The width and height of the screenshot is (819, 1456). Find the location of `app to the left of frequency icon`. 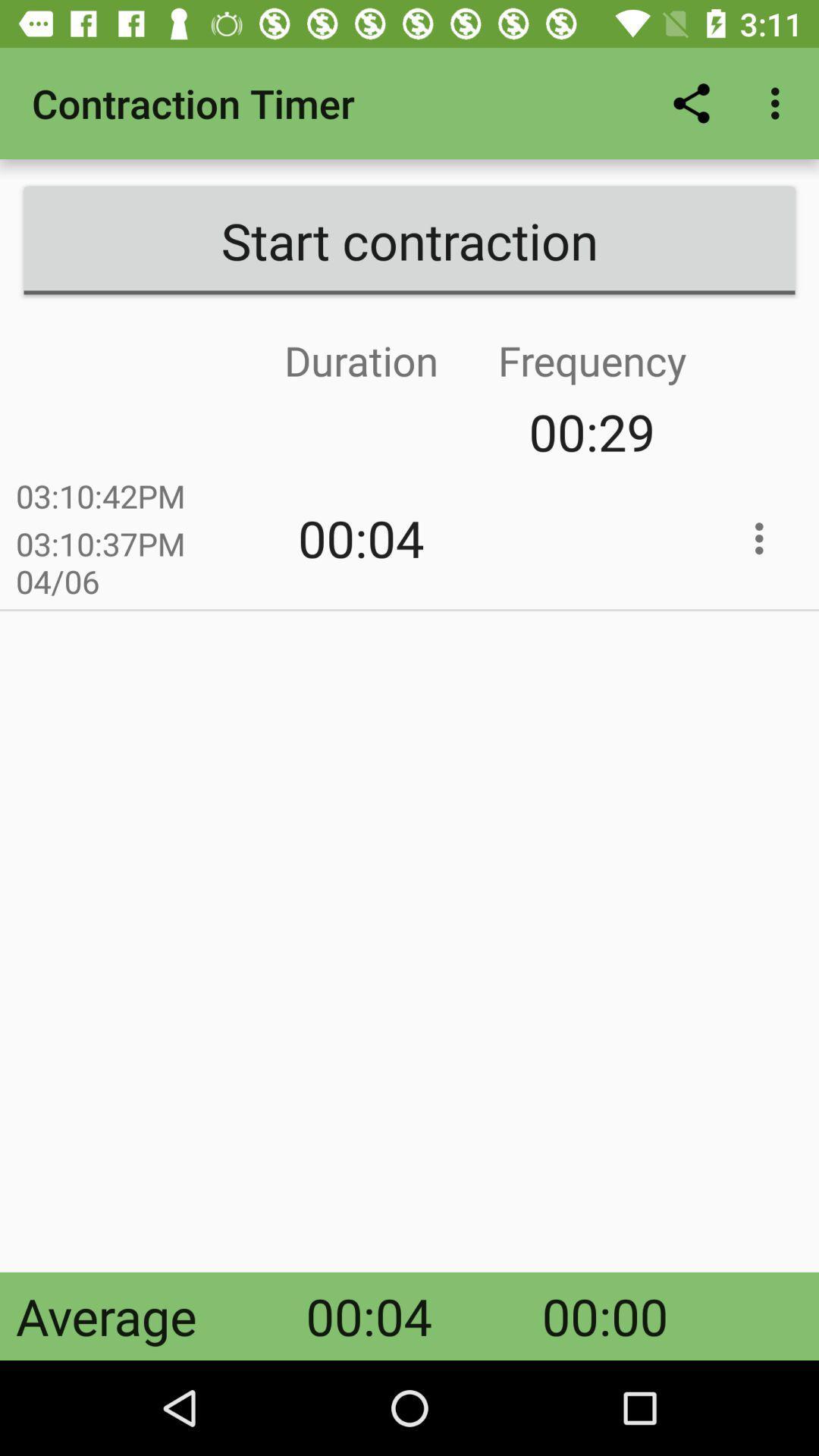

app to the left of frequency icon is located at coordinates (245, 431).